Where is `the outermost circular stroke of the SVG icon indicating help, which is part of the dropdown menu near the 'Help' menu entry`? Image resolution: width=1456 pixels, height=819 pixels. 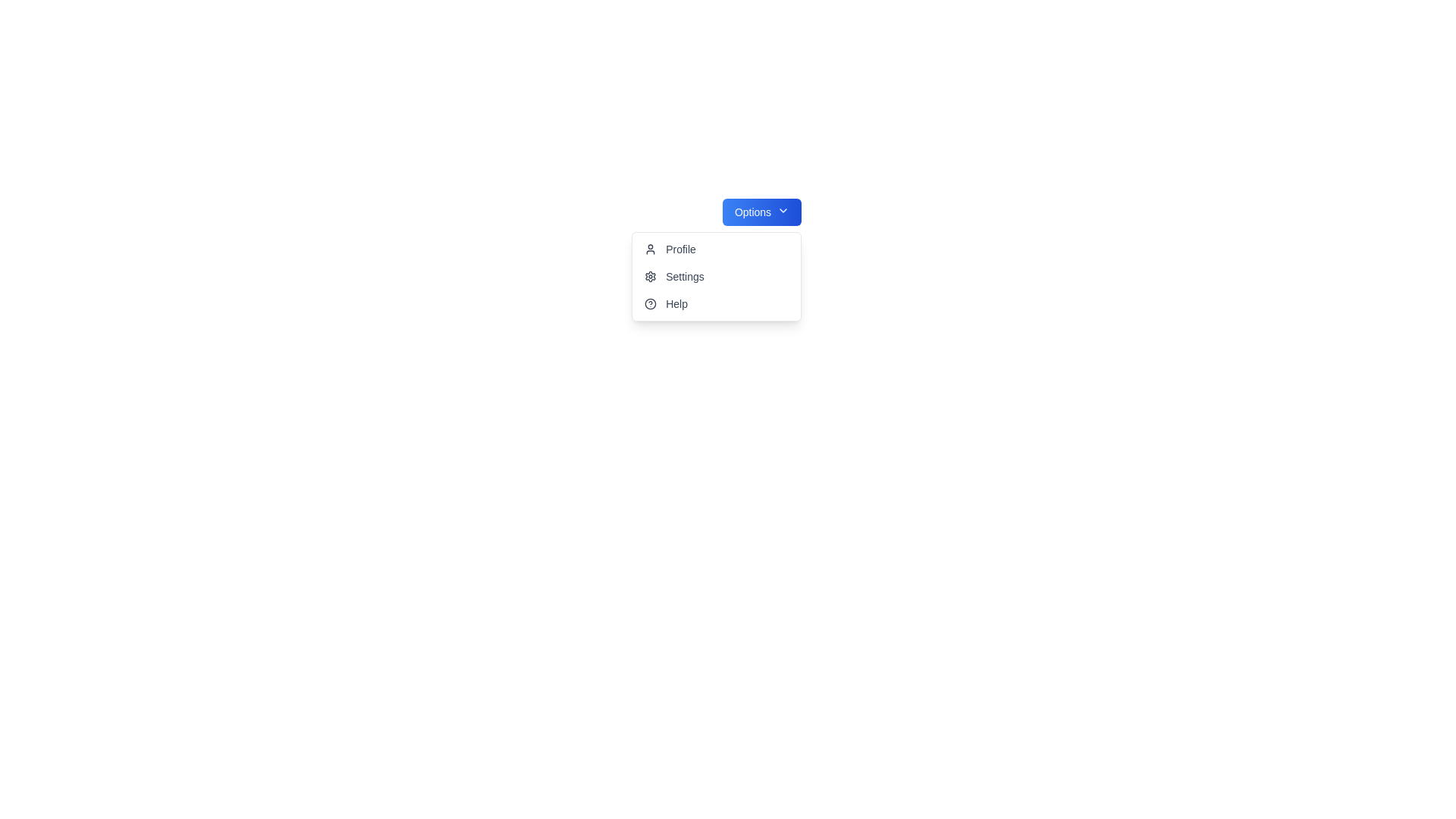 the outermost circular stroke of the SVG icon indicating help, which is part of the dropdown menu near the 'Help' menu entry is located at coordinates (651, 304).